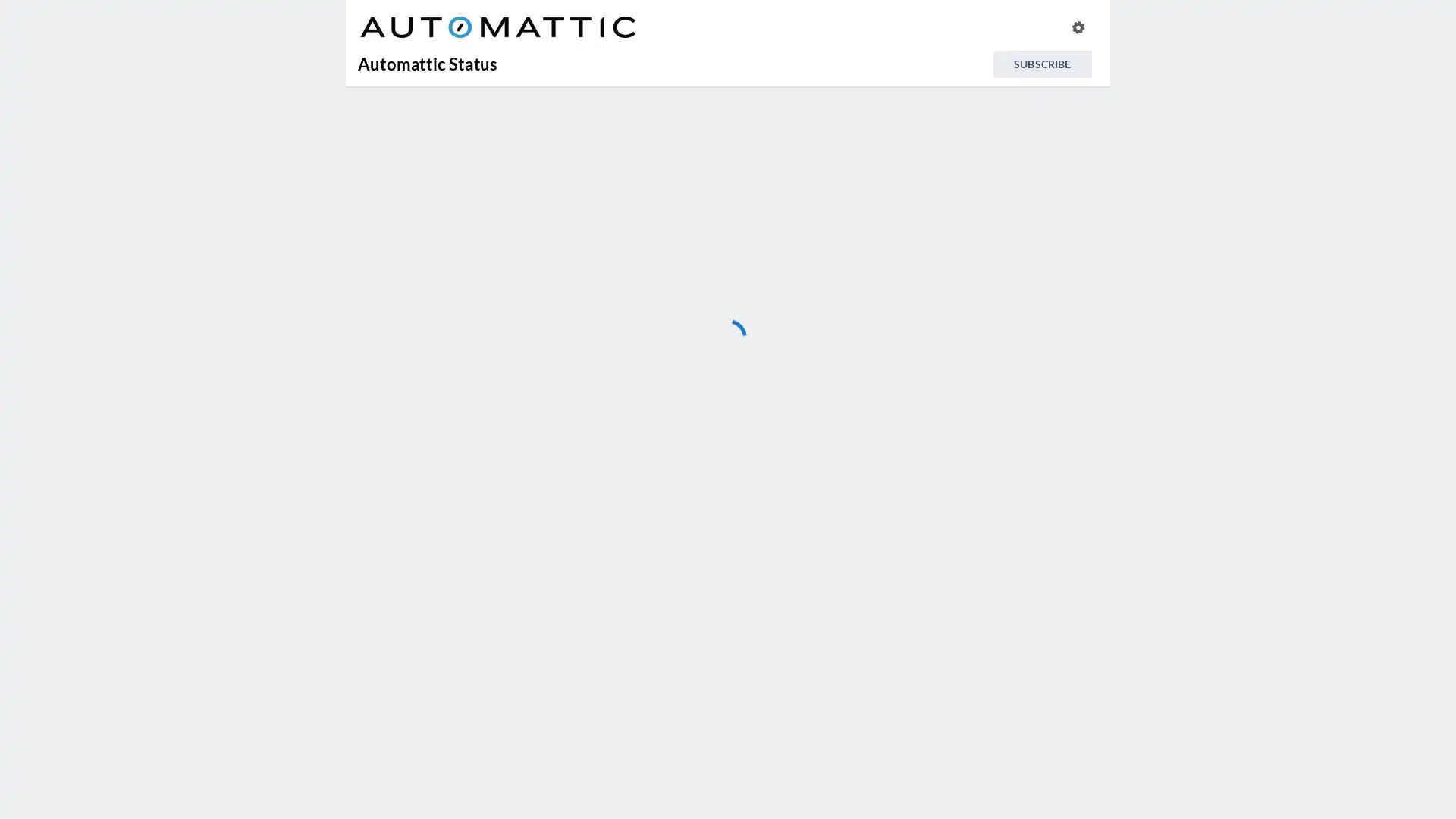 The image size is (1456, 819). What do you see at coordinates (1077, 27) in the screenshot?
I see `info.statuspage.switch.timezone.language` at bounding box center [1077, 27].